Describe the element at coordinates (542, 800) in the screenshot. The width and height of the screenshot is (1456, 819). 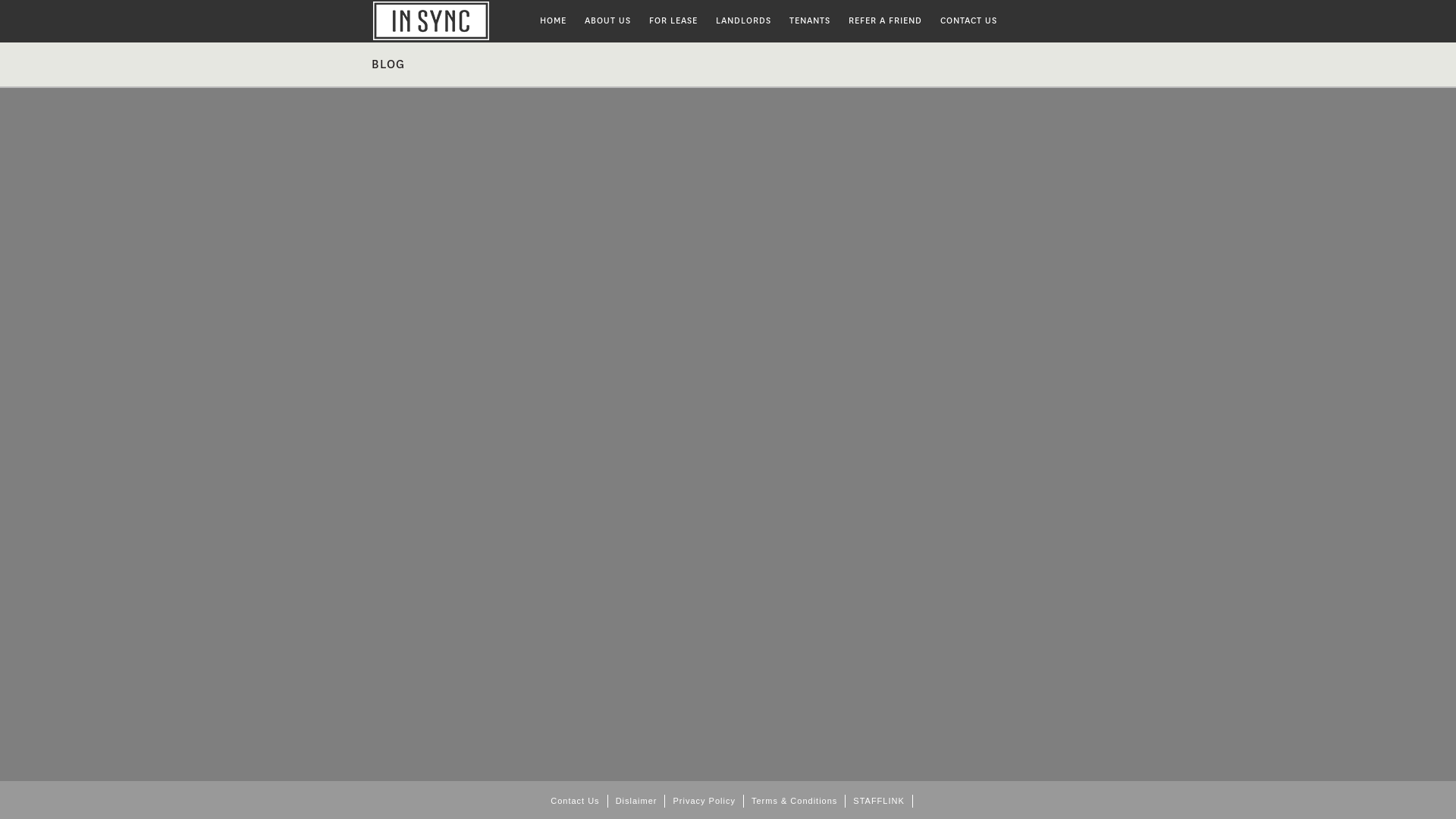
I see `'Contact Us'` at that location.